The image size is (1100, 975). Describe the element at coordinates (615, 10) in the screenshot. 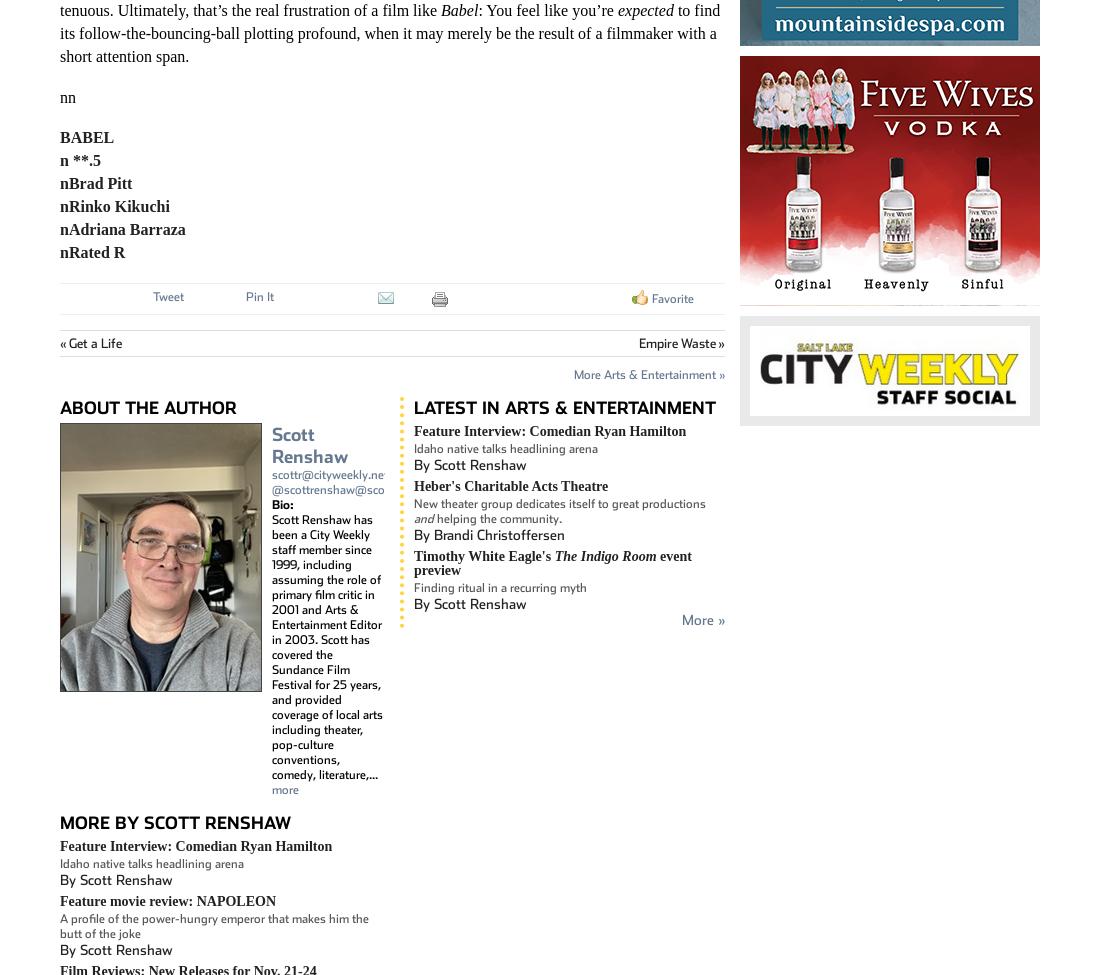

I see `'expected'` at that location.